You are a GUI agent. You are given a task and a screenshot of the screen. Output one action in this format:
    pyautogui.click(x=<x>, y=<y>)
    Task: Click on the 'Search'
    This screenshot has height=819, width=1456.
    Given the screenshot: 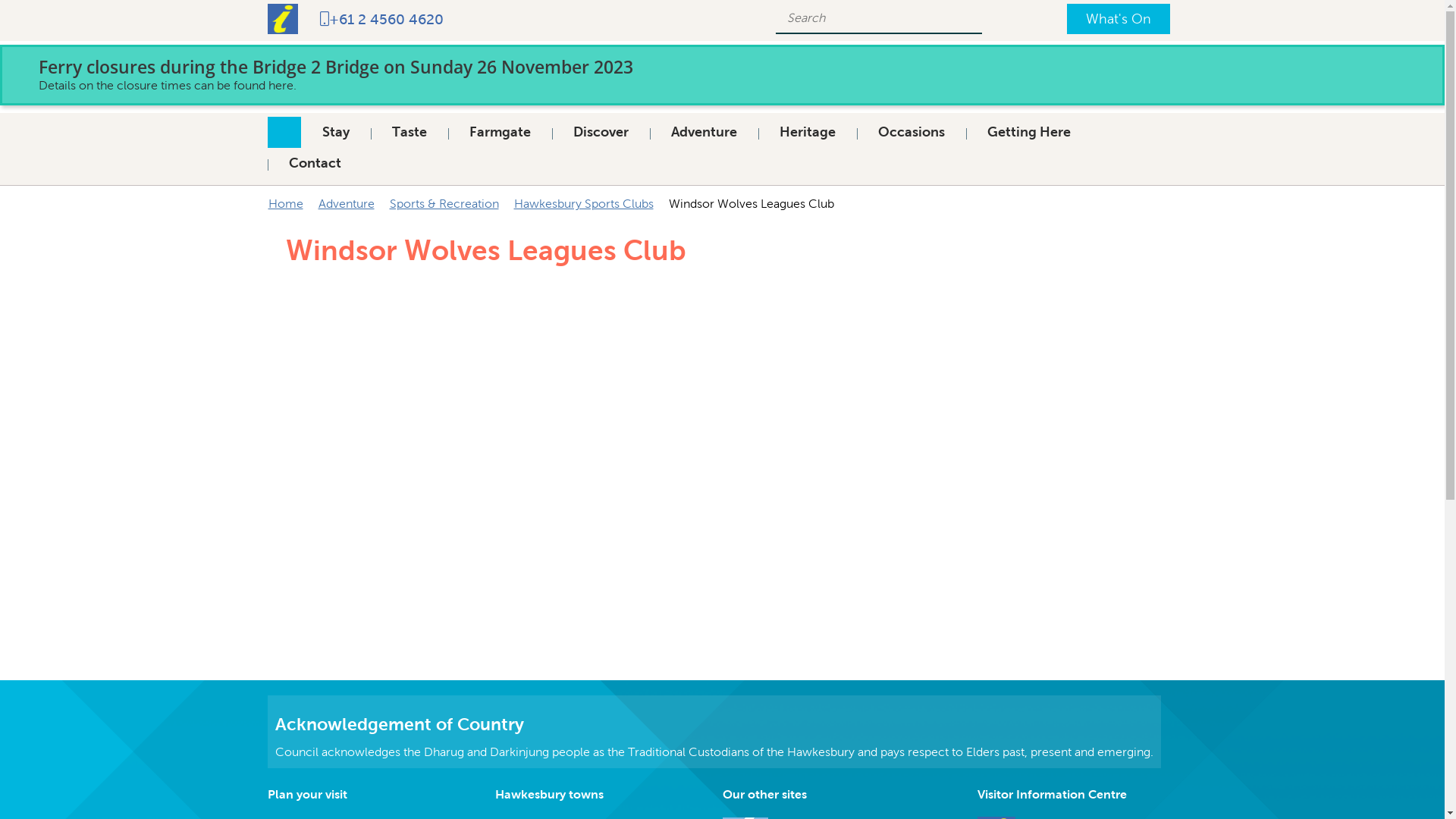 What is the action you would take?
    pyautogui.click(x=963, y=17)
    